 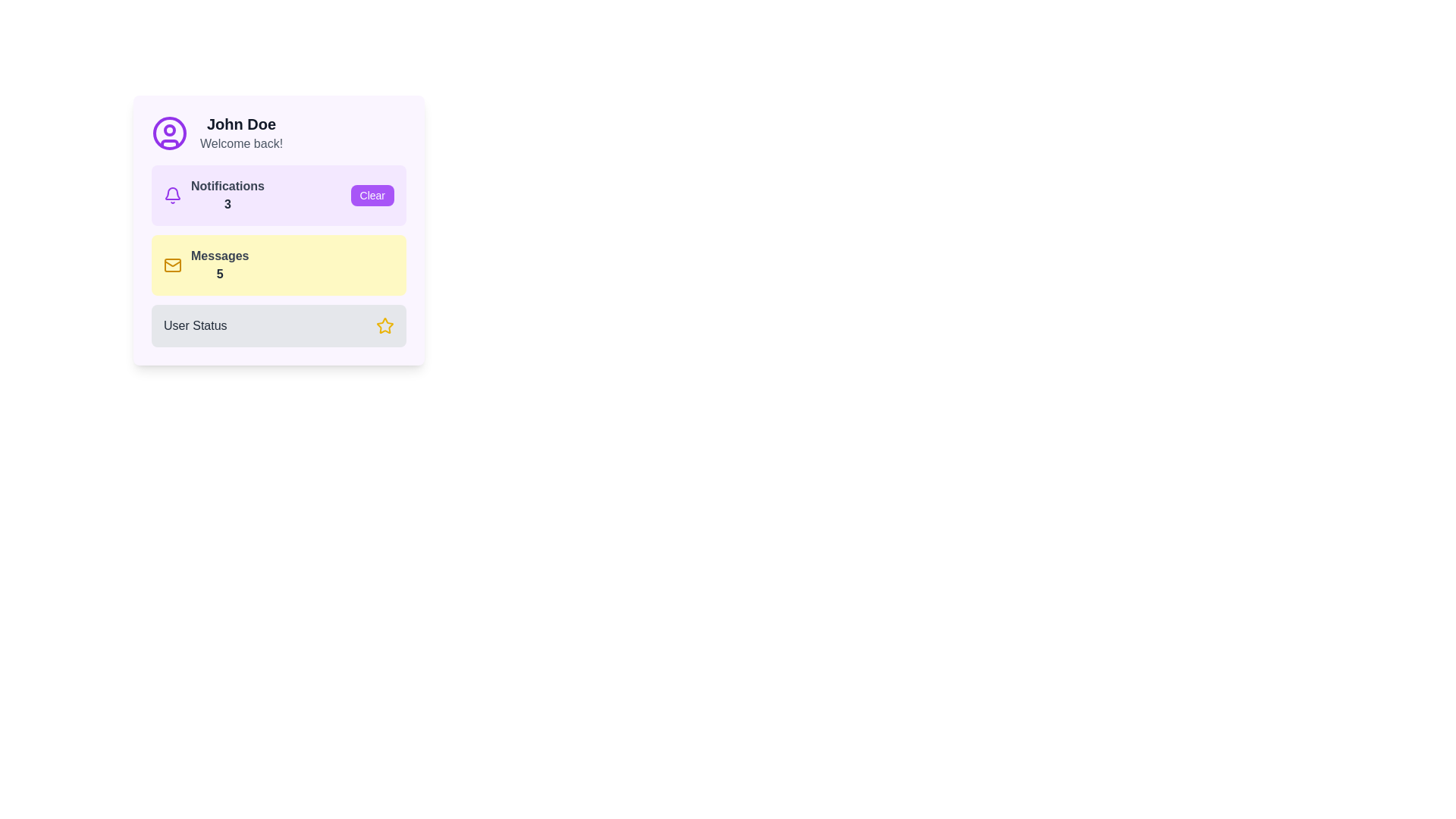 What do you see at coordinates (219, 274) in the screenshot?
I see `the text label indicating the count of messages or notifications next to the 'Messages' label` at bounding box center [219, 274].